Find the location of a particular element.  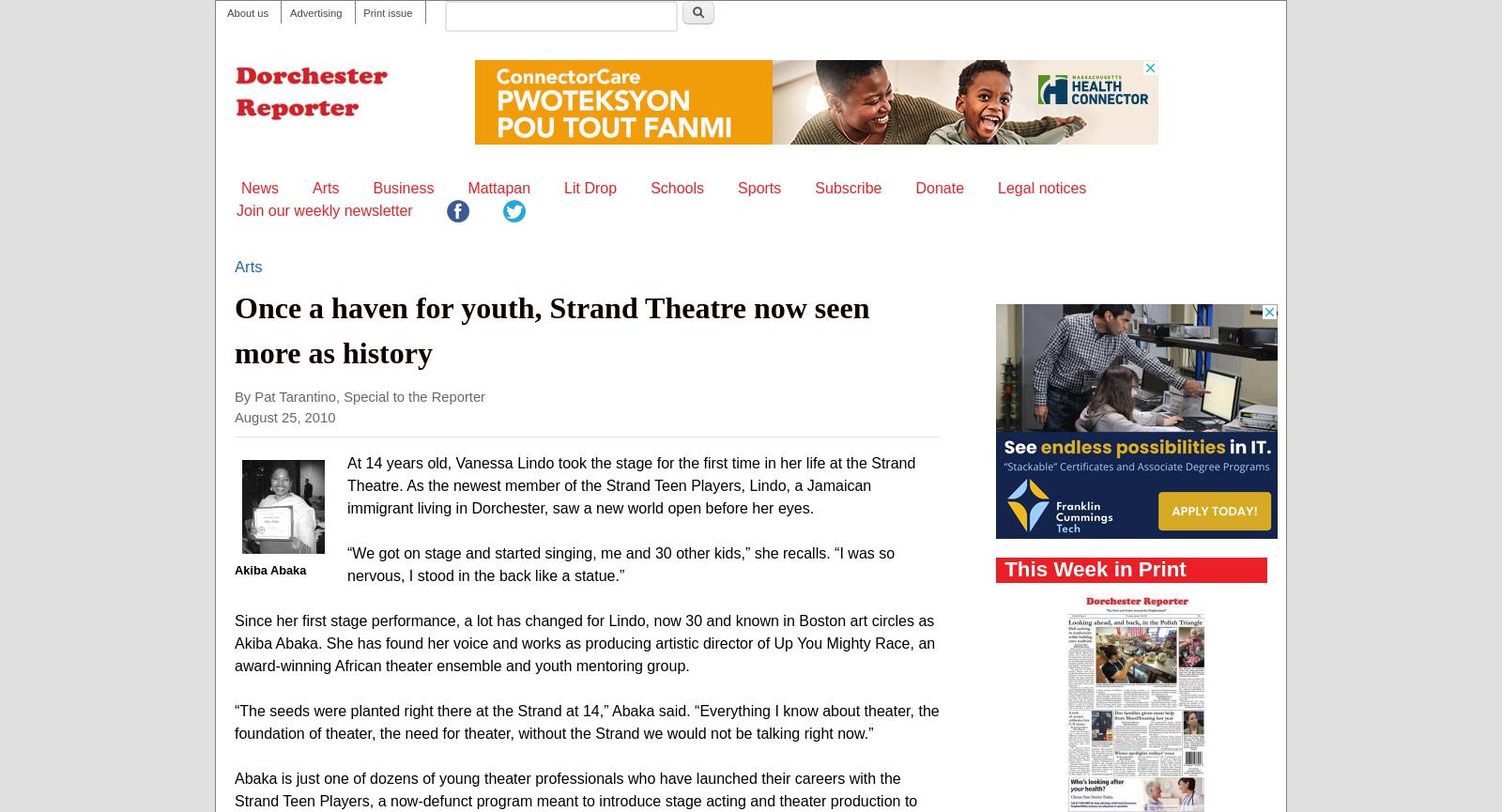

'Akiba Abaka' is located at coordinates (234, 569).